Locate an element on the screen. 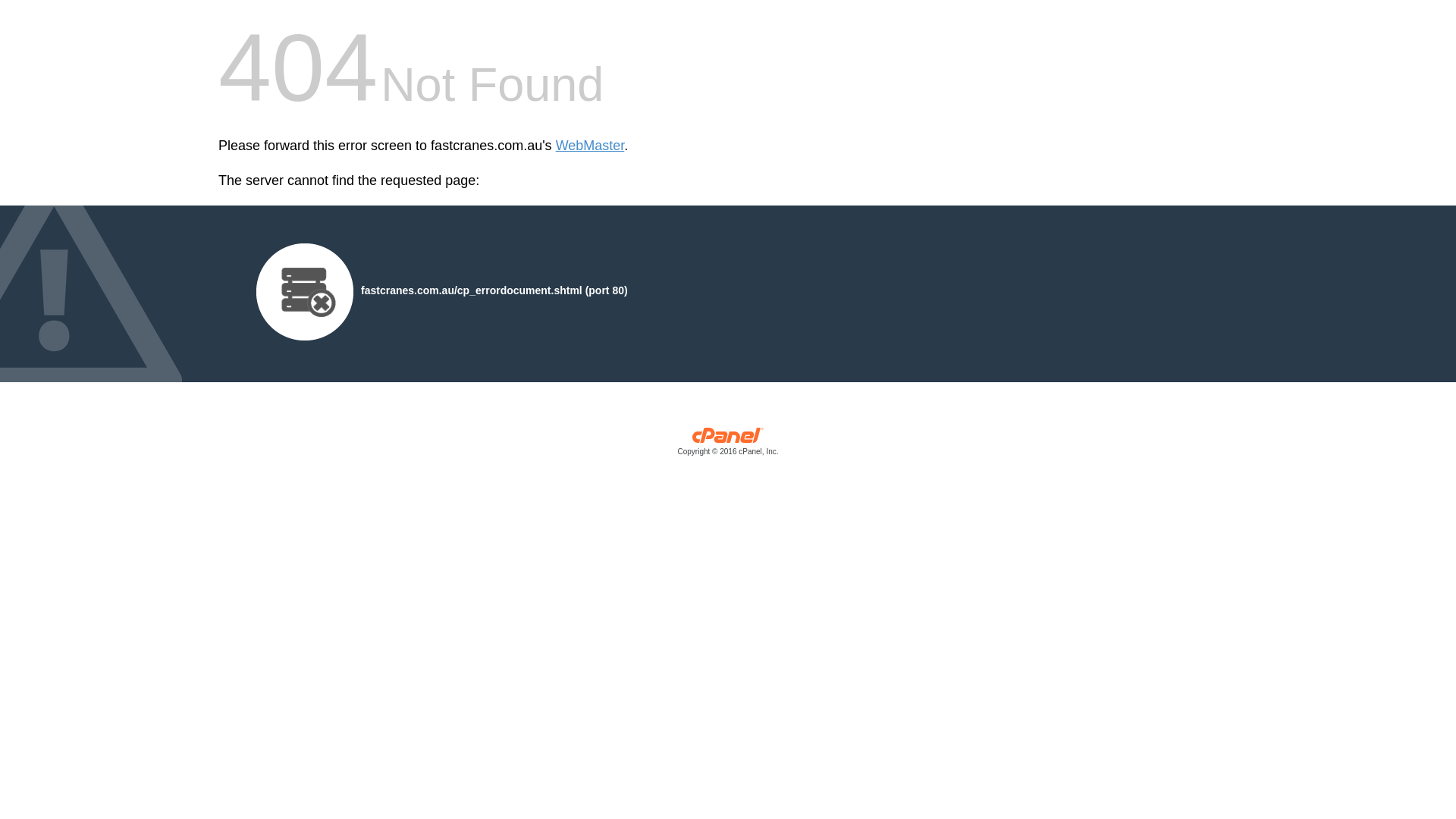 Image resolution: width=1456 pixels, height=819 pixels. 'WebMaster' is located at coordinates (555, 146).